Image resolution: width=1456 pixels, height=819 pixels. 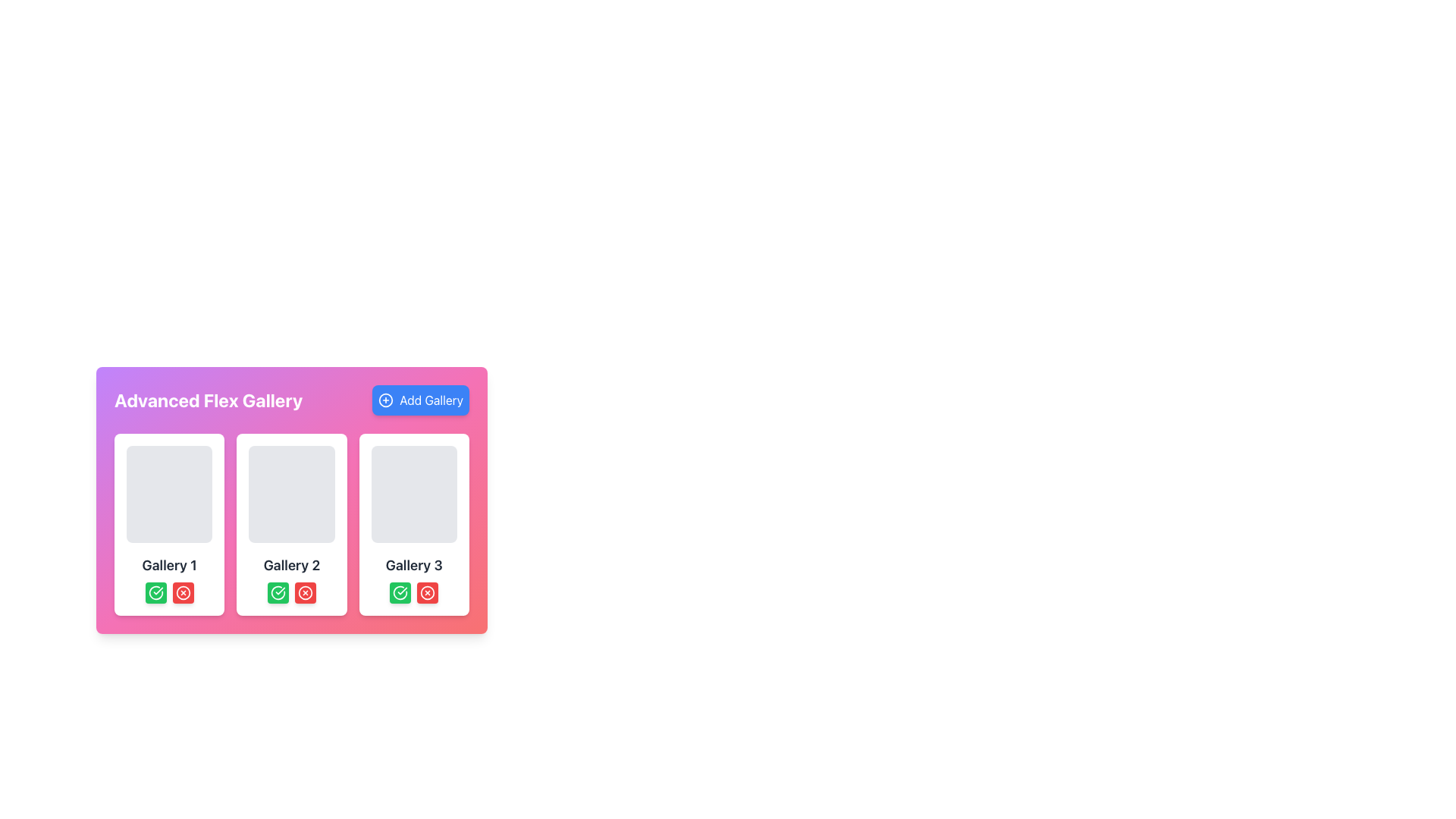 What do you see at coordinates (291, 494) in the screenshot?
I see `the light gray rectangular placeholder located in the upper region of the 'Gallery 2' box within the 'Advanced Flex Gallery' section` at bounding box center [291, 494].